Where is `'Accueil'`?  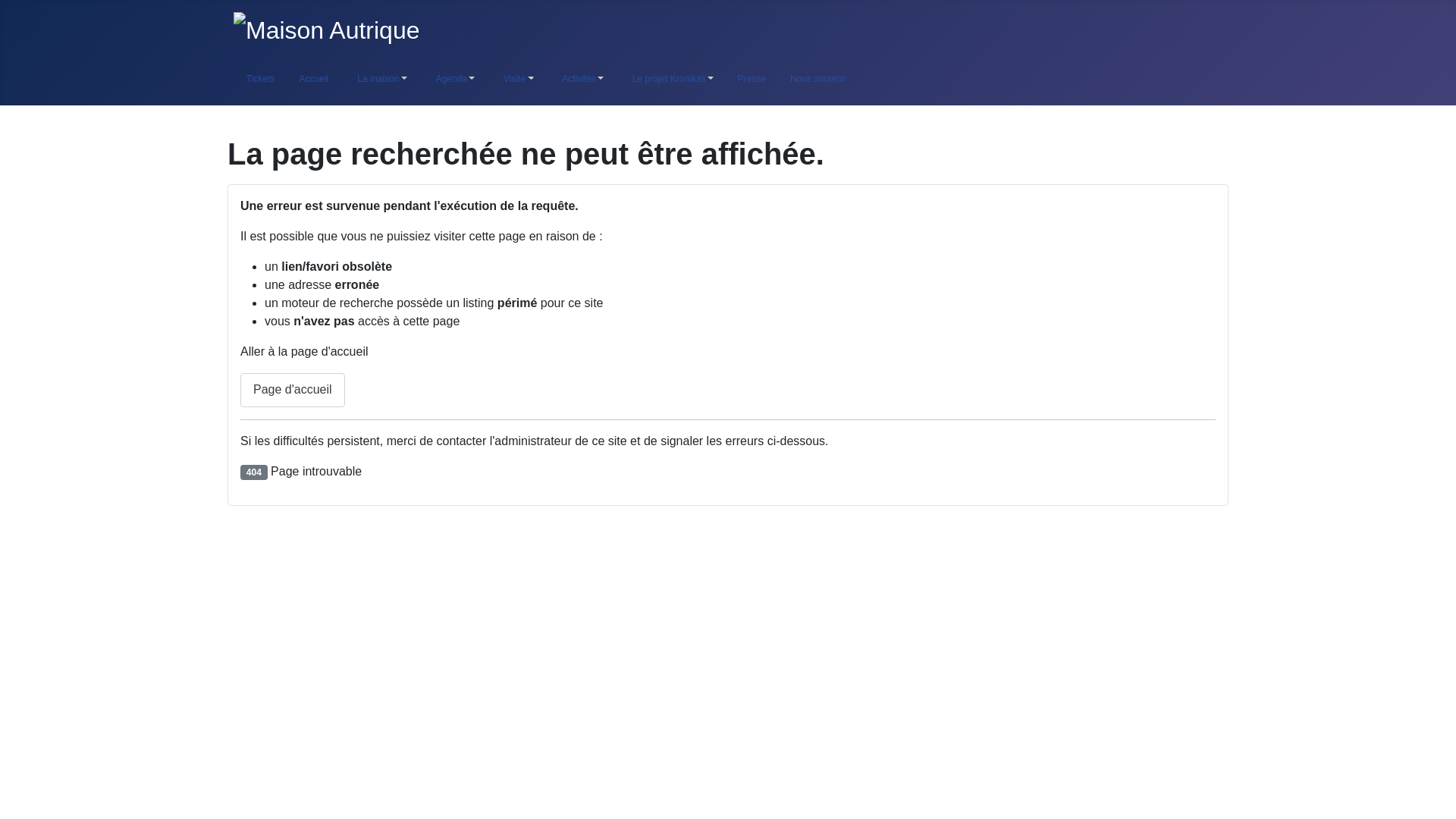 'Accueil' is located at coordinates (312, 79).